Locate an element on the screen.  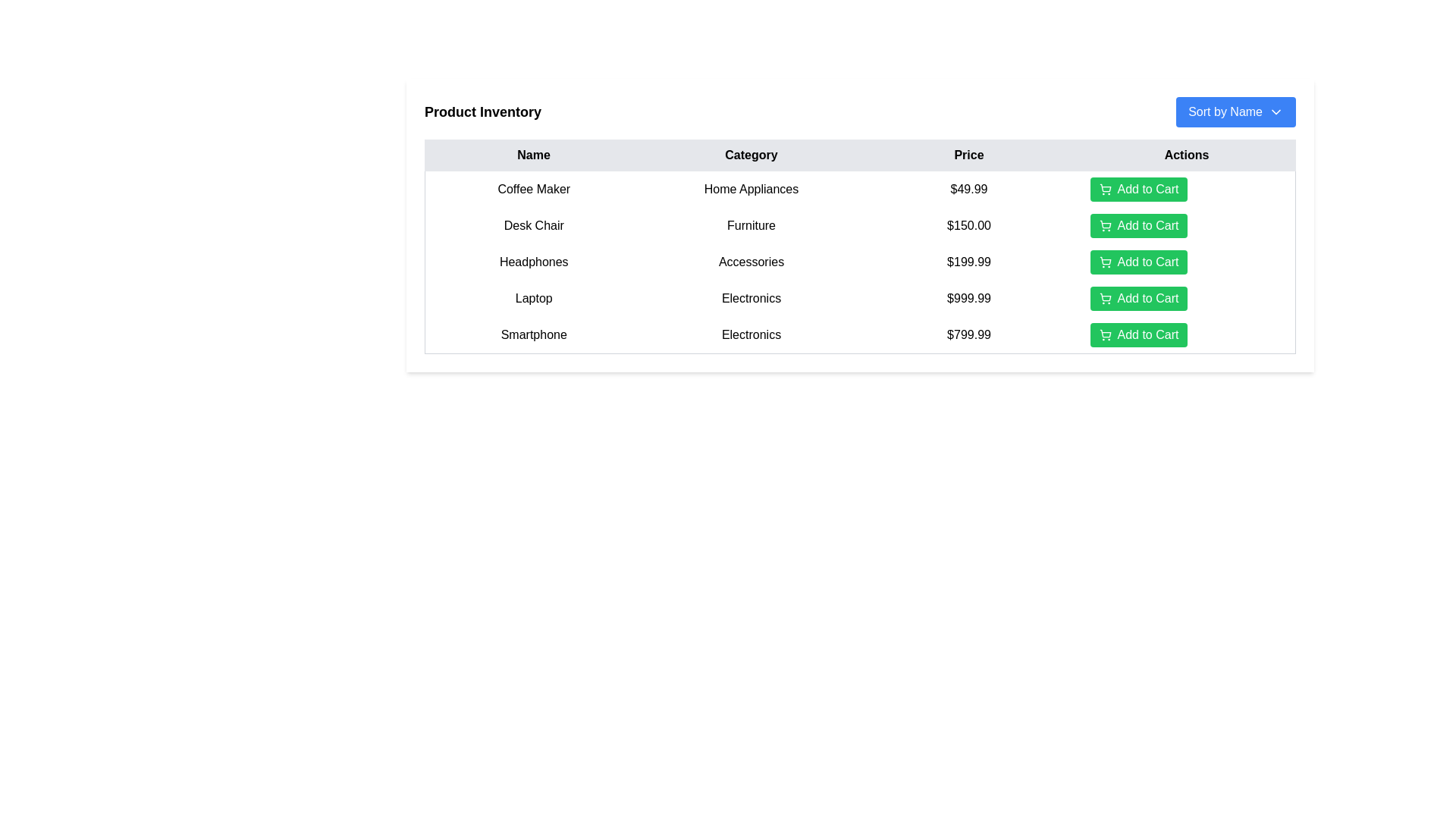
price value displayed in the Text label for the Smartphone located in the fourth row of the table, within the 'Price' column is located at coordinates (968, 334).